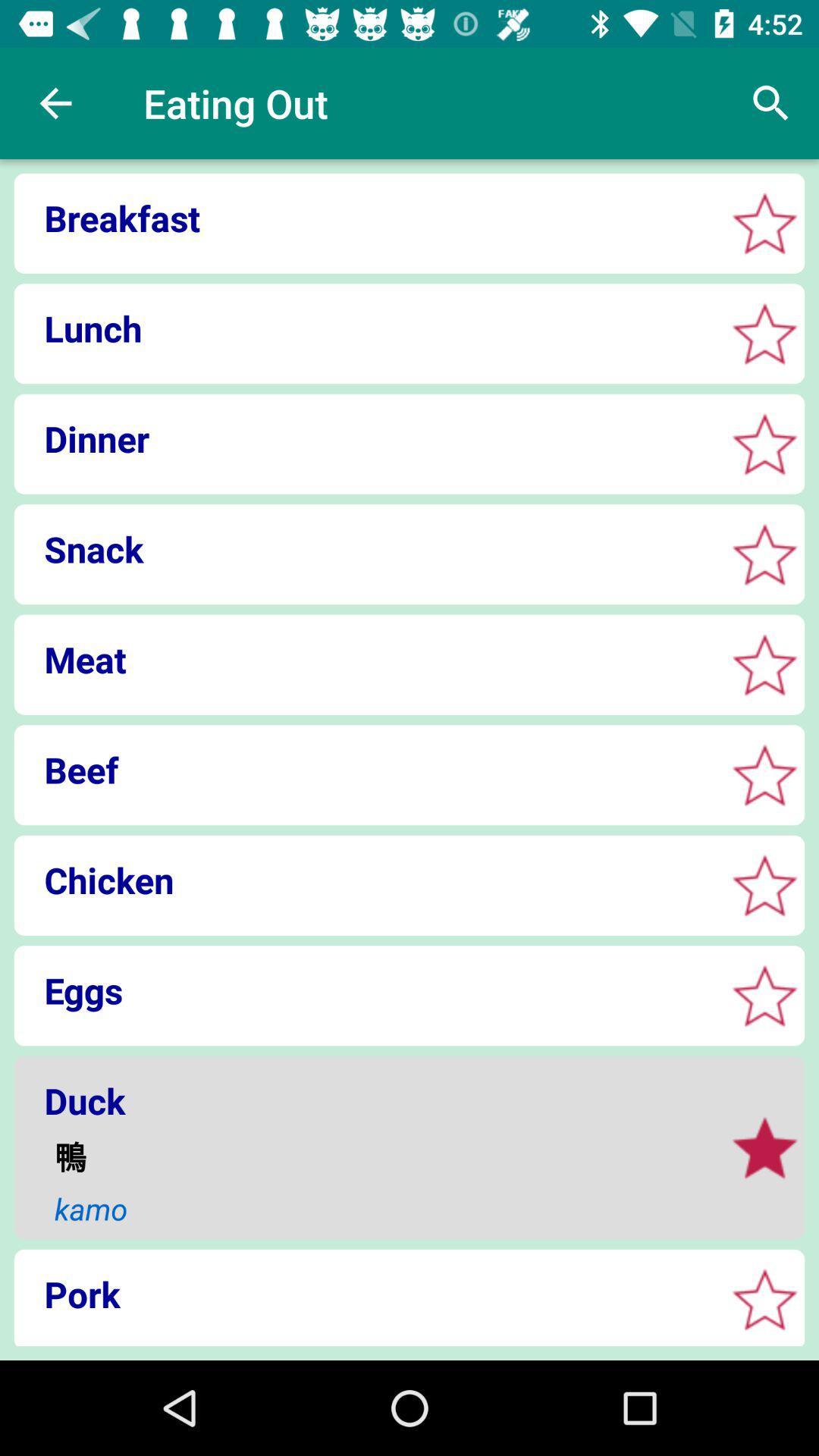  I want to click on star your rewedding, so click(764, 996).